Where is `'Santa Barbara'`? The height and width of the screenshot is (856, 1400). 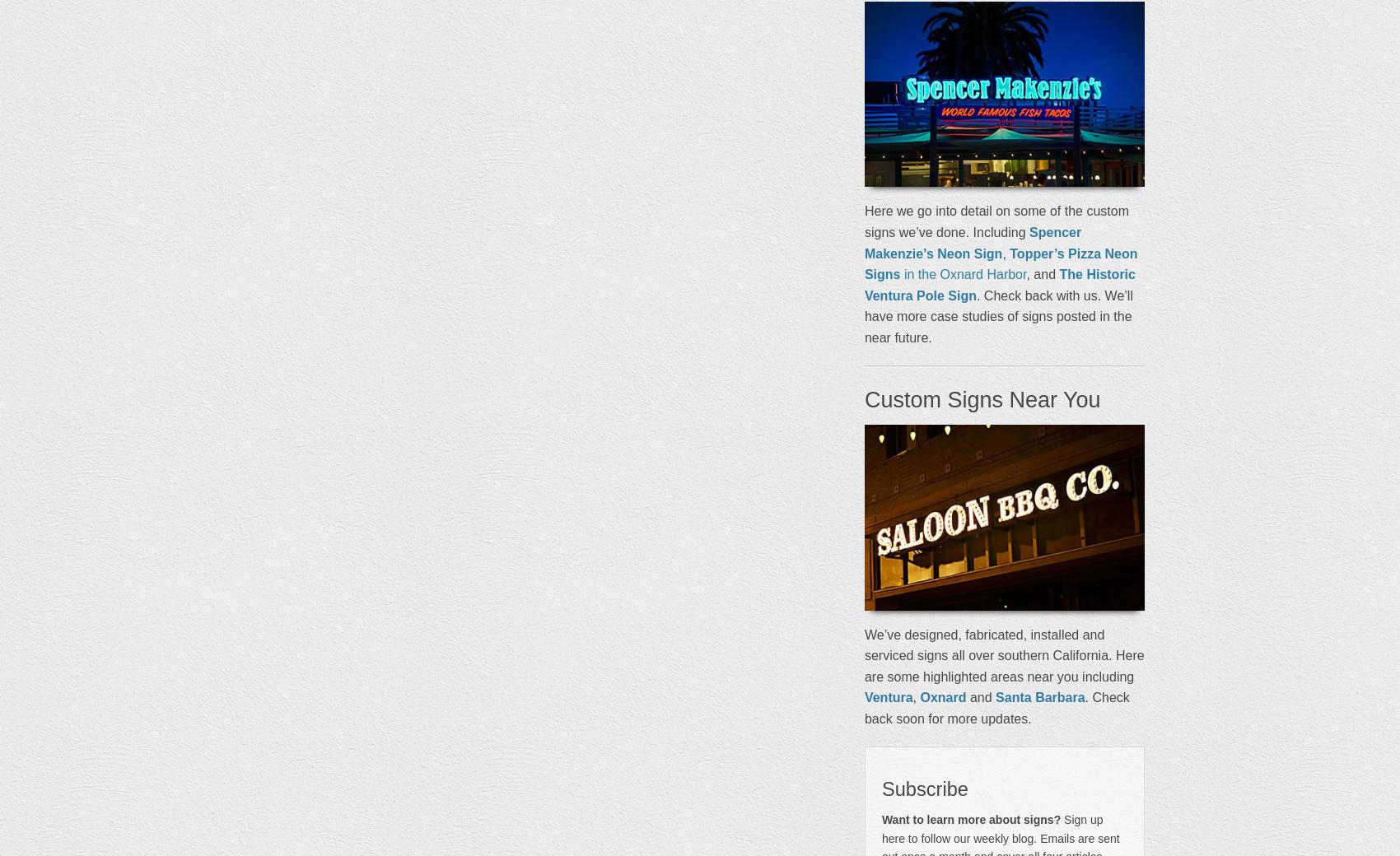
'Santa Barbara' is located at coordinates (1038, 696).